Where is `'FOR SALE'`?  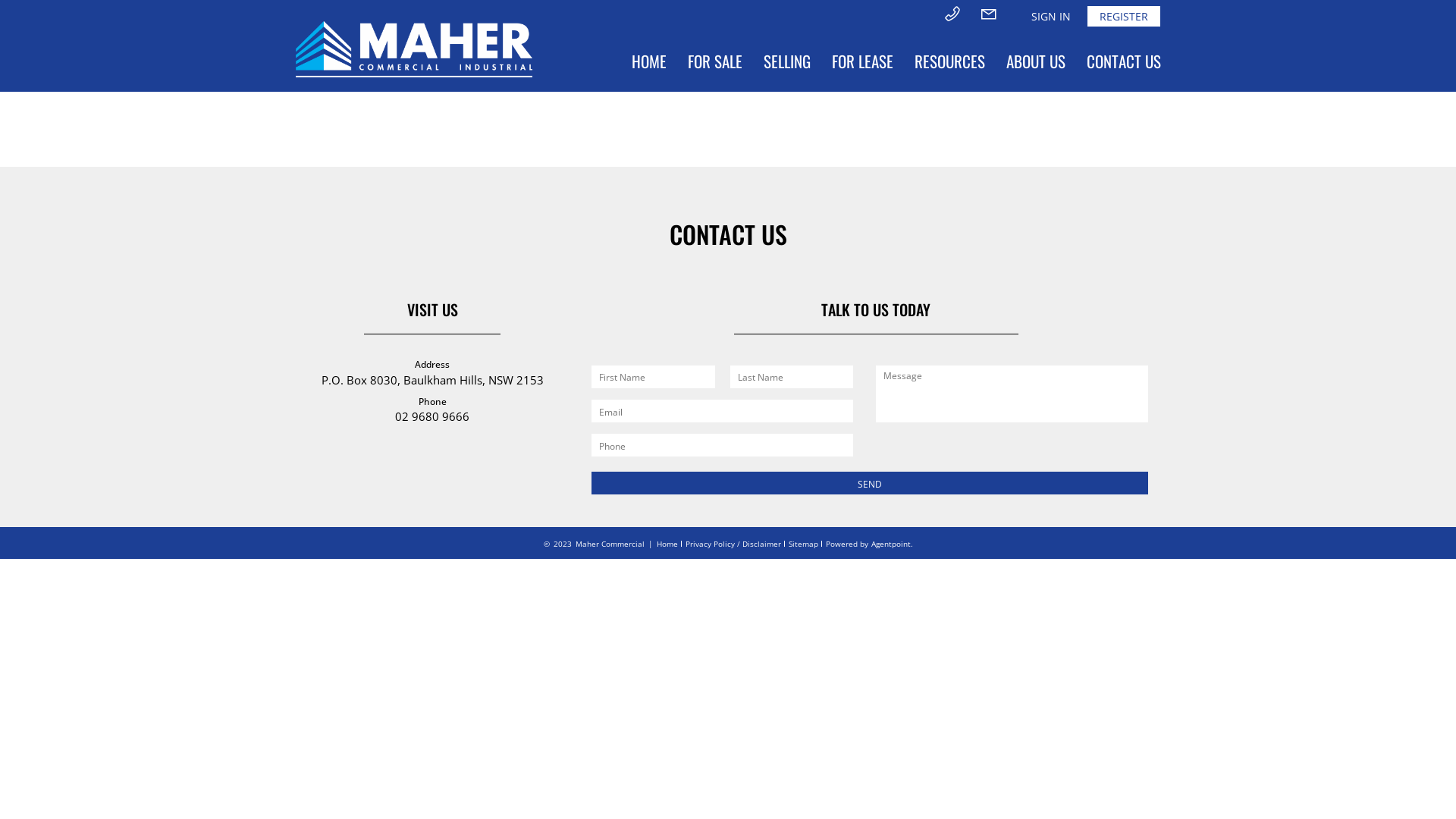
'FOR SALE' is located at coordinates (714, 61).